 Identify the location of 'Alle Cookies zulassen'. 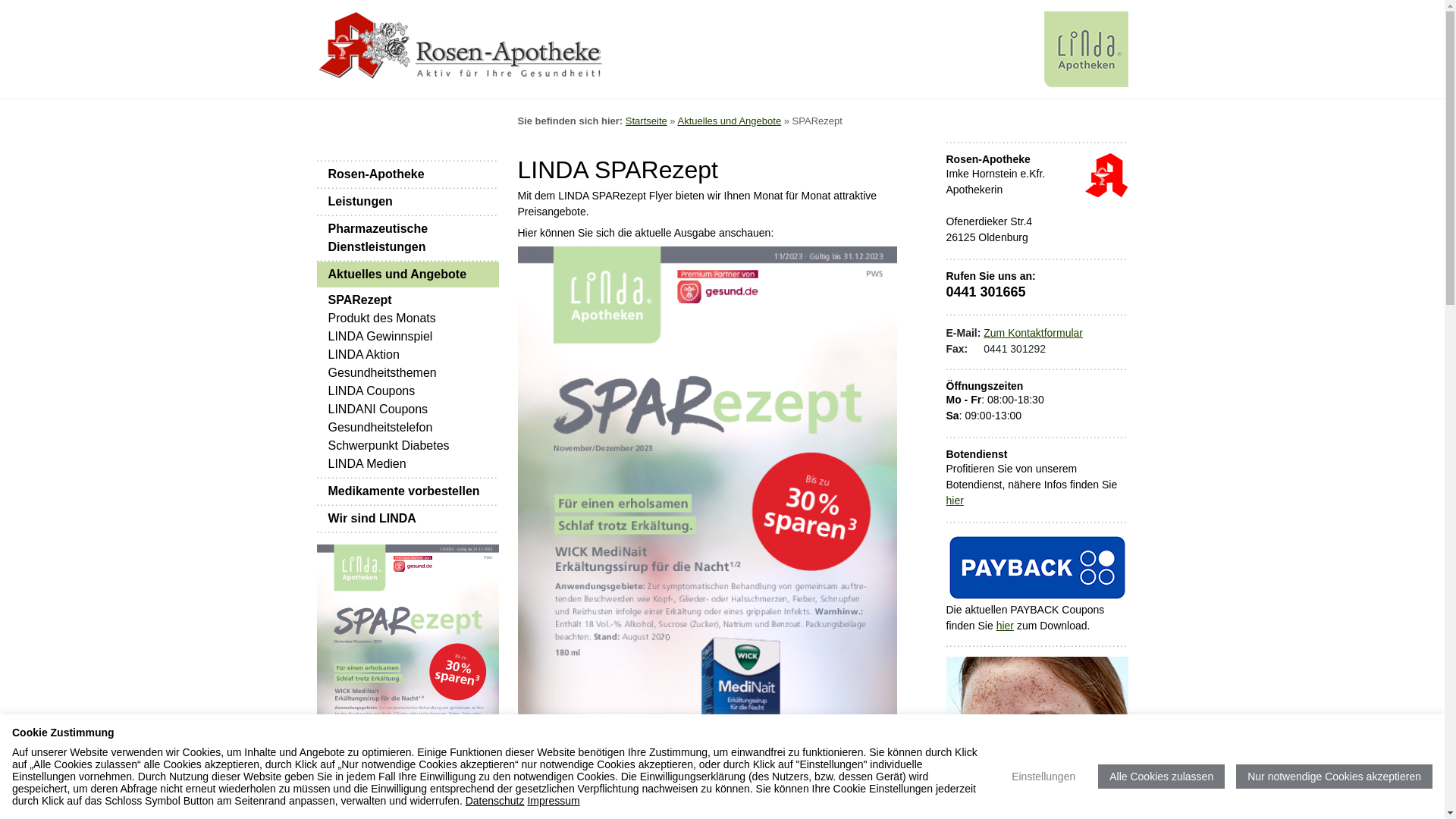
(1160, 776).